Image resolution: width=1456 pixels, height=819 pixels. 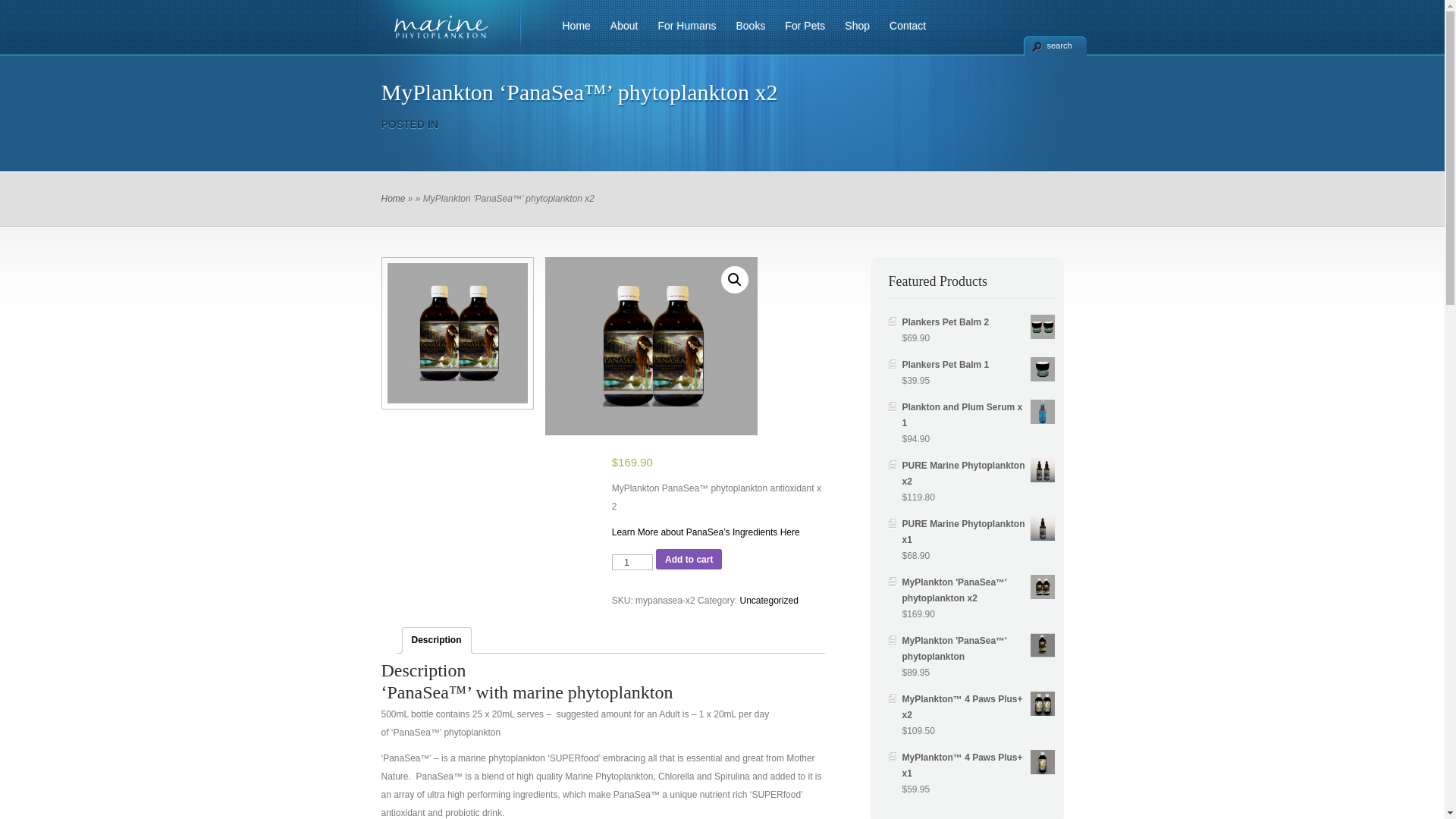 I want to click on 'Contact', so click(x=902, y=34).